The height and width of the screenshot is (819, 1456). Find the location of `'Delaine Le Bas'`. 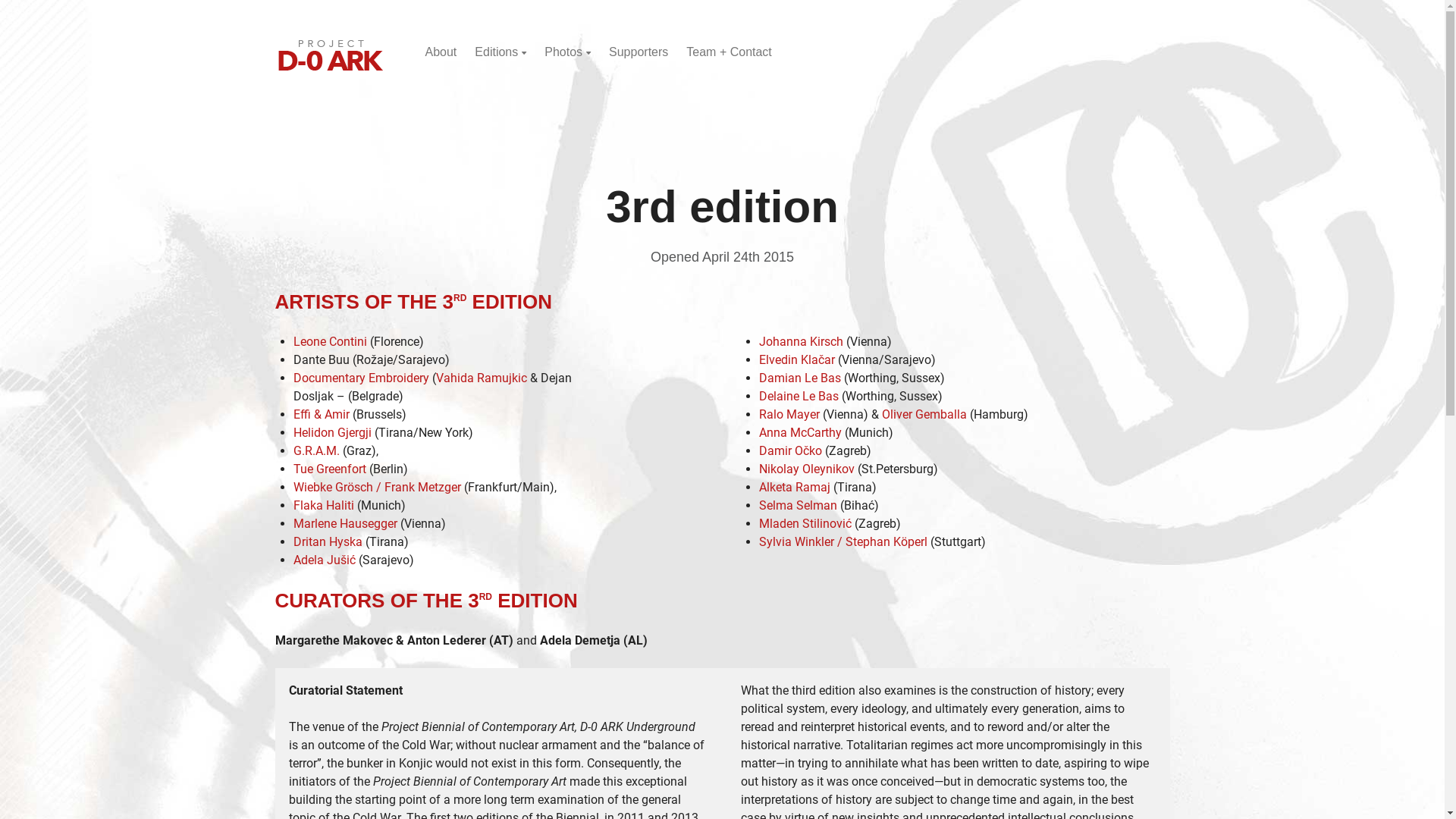

'Delaine Le Bas' is located at coordinates (797, 395).